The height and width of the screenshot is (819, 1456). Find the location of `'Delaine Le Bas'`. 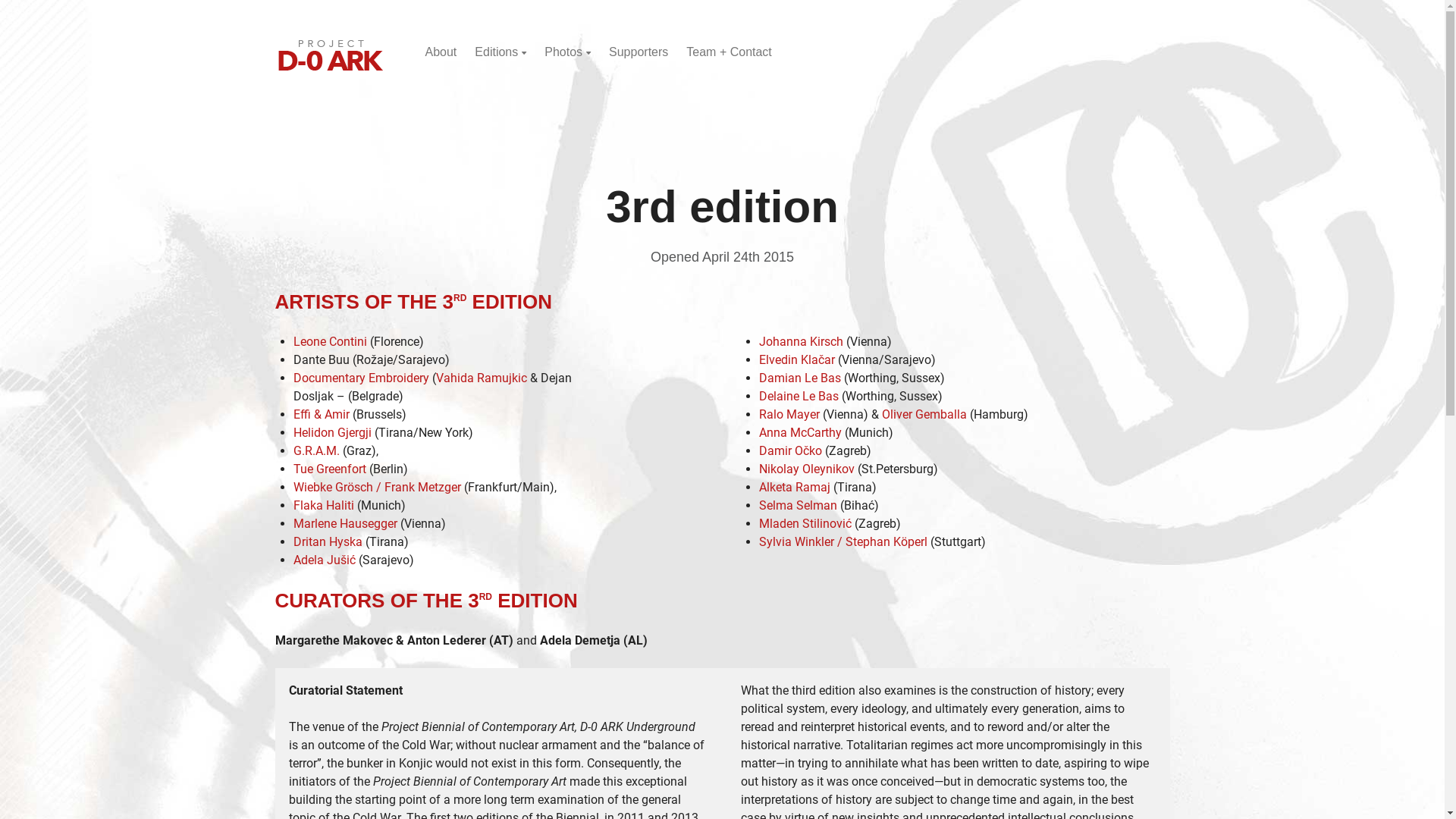

'Delaine Le Bas' is located at coordinates (797, 395).